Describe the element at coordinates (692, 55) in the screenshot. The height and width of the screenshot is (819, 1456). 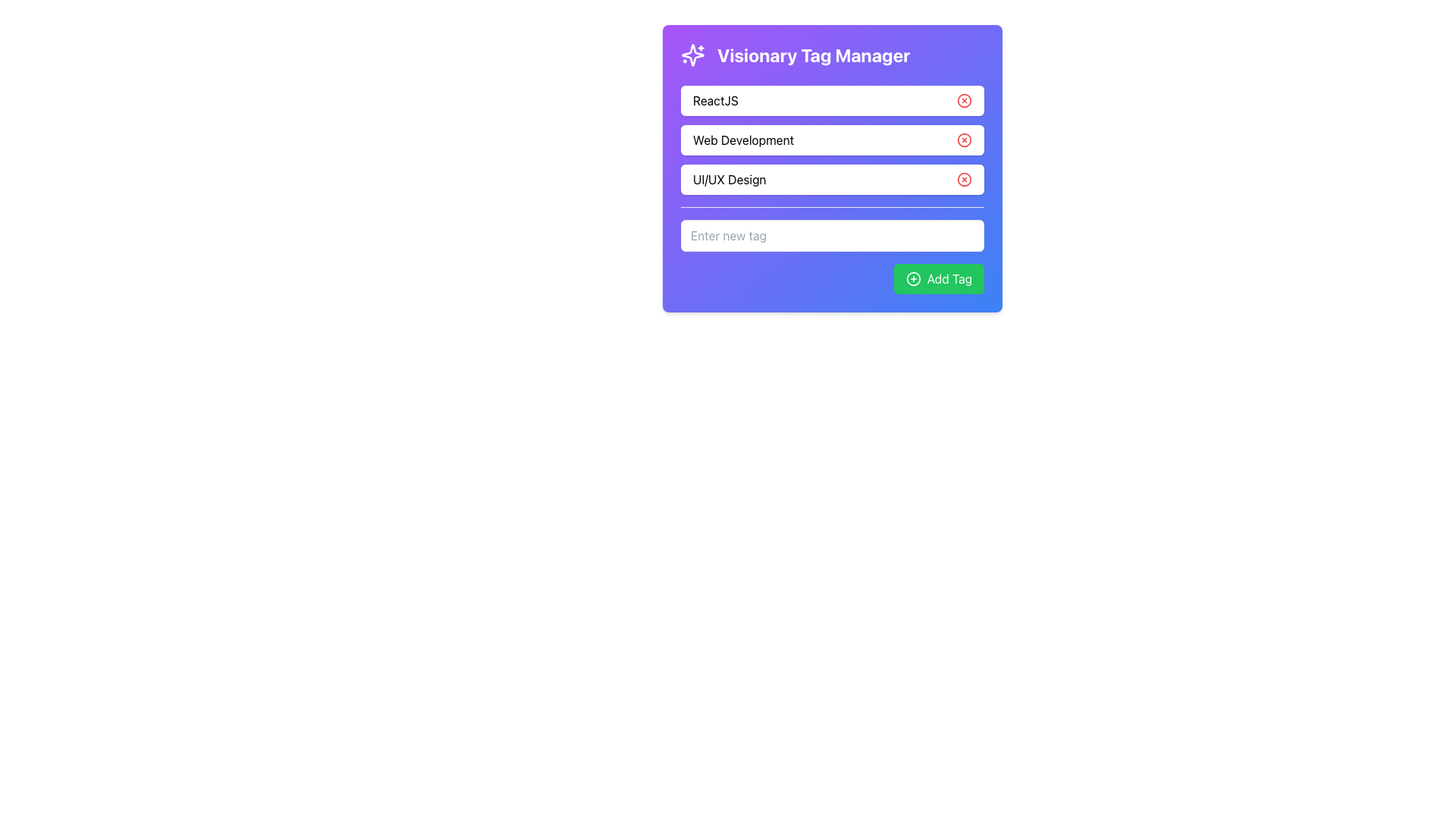
I see `the purple star-shaped icon with sparkles located to the left of the 'Visionary Tag Manager' text in the header of the card` at that location.